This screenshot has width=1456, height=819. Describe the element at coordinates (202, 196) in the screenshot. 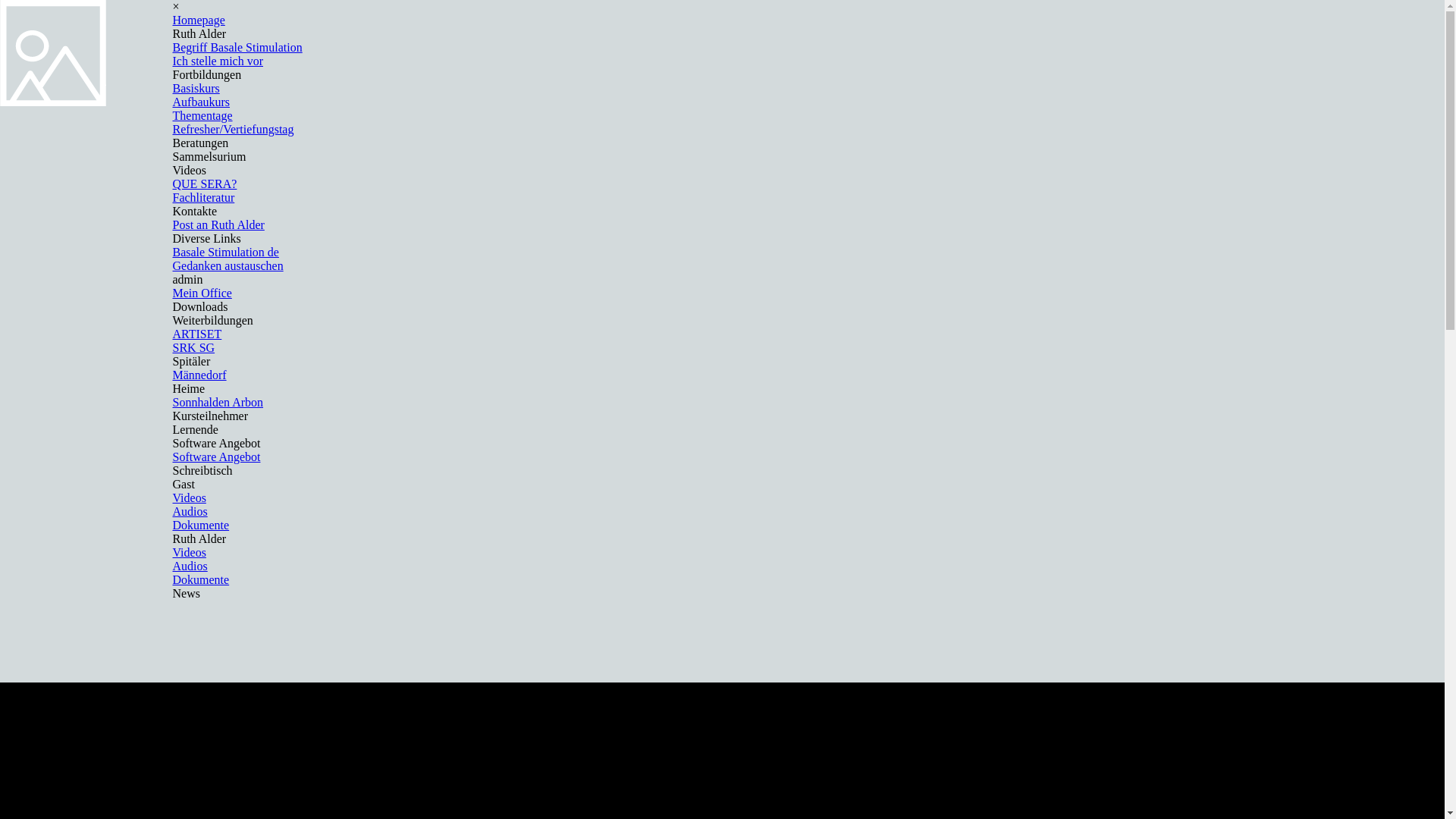

I see `'Fachliteratur'` at that location.